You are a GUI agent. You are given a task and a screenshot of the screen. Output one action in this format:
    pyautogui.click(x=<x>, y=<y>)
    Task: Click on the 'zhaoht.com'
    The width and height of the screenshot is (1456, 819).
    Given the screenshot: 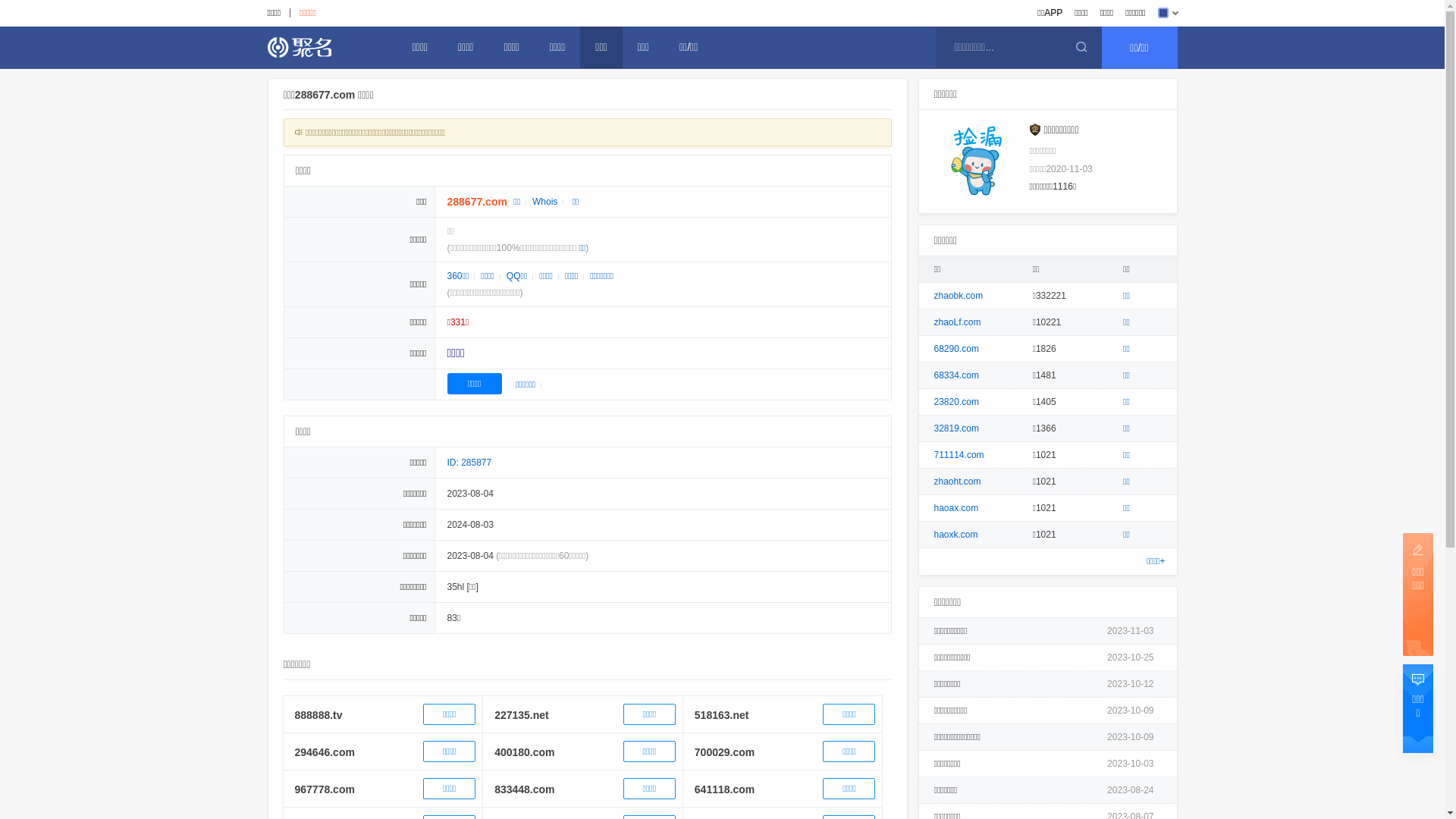 What is the action you would take?
    pyautogui.click(x=956, y=482)
    